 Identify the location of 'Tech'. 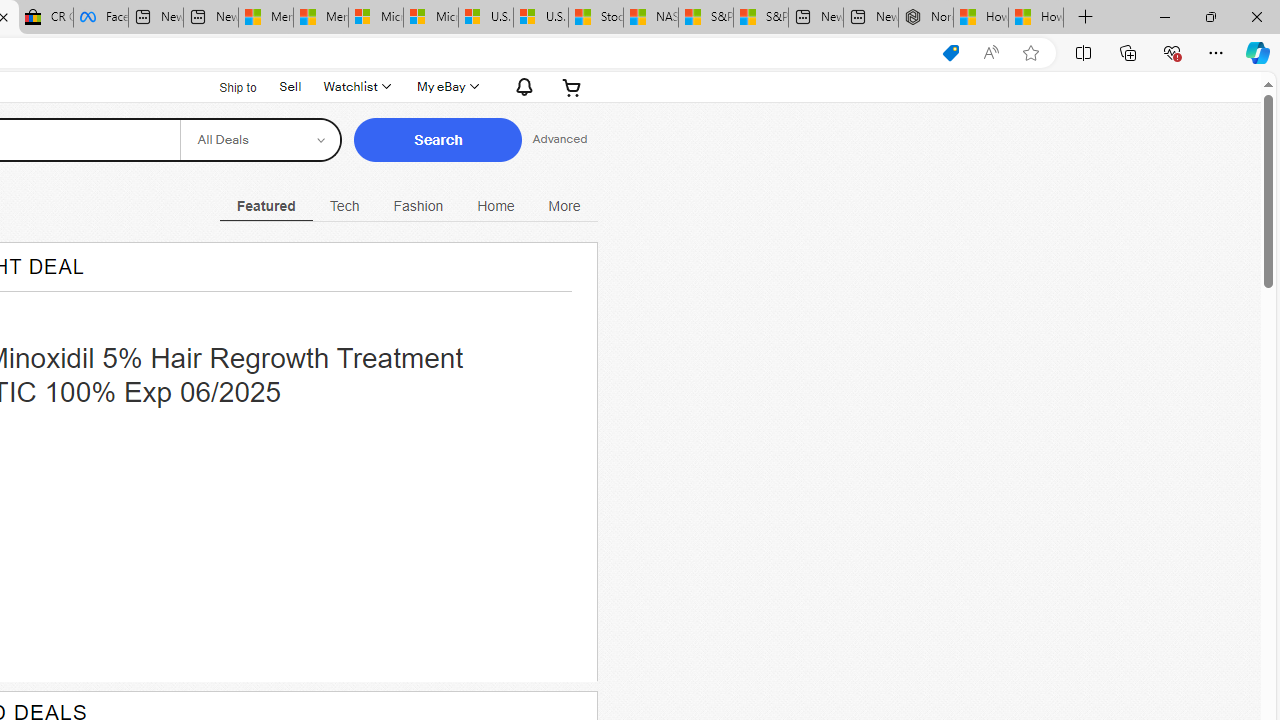
(344, 205).